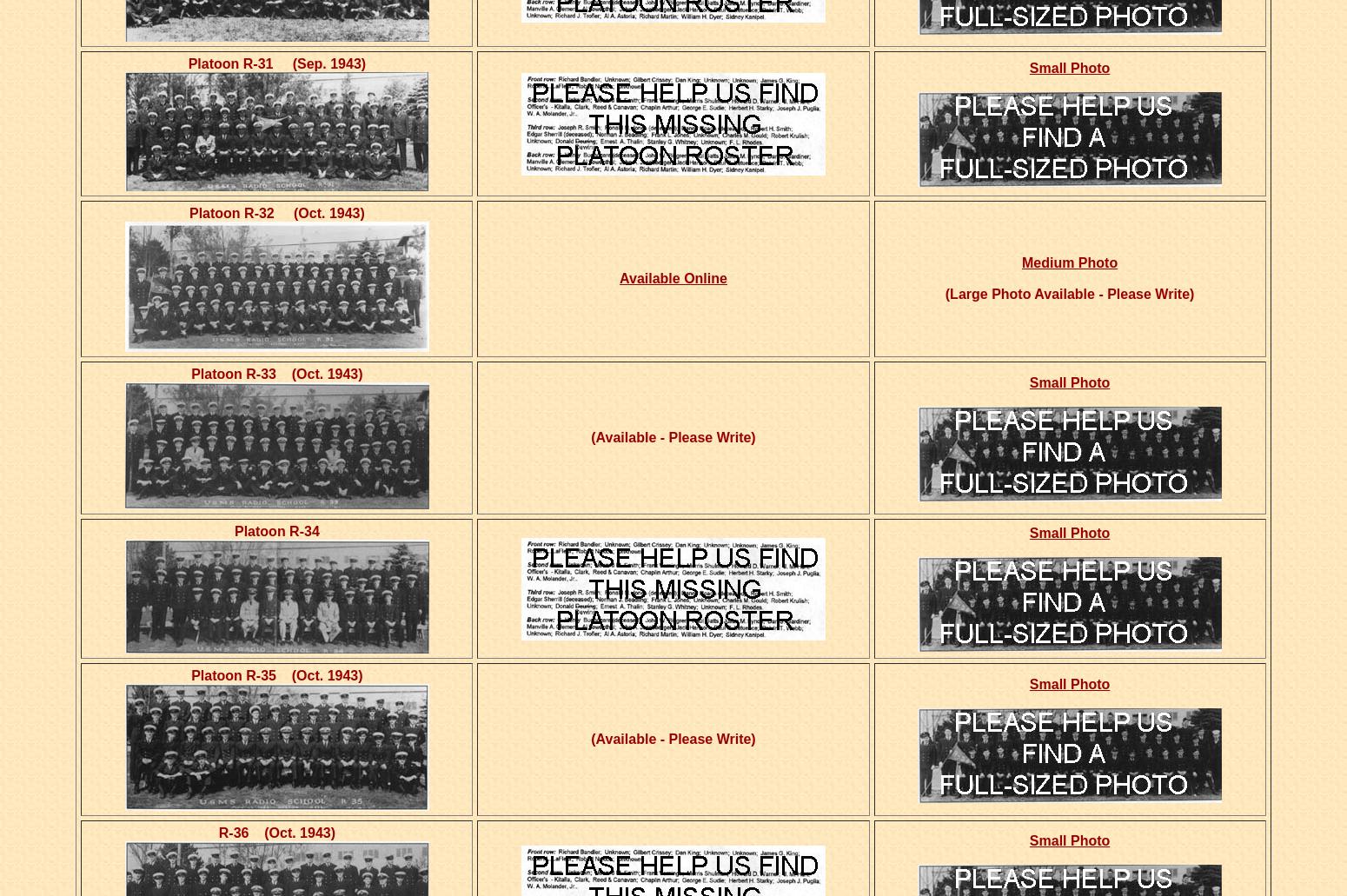 The image size is (1347, 896). I want to click on 'Medium 
                
                Photo', so click(1021, 262).